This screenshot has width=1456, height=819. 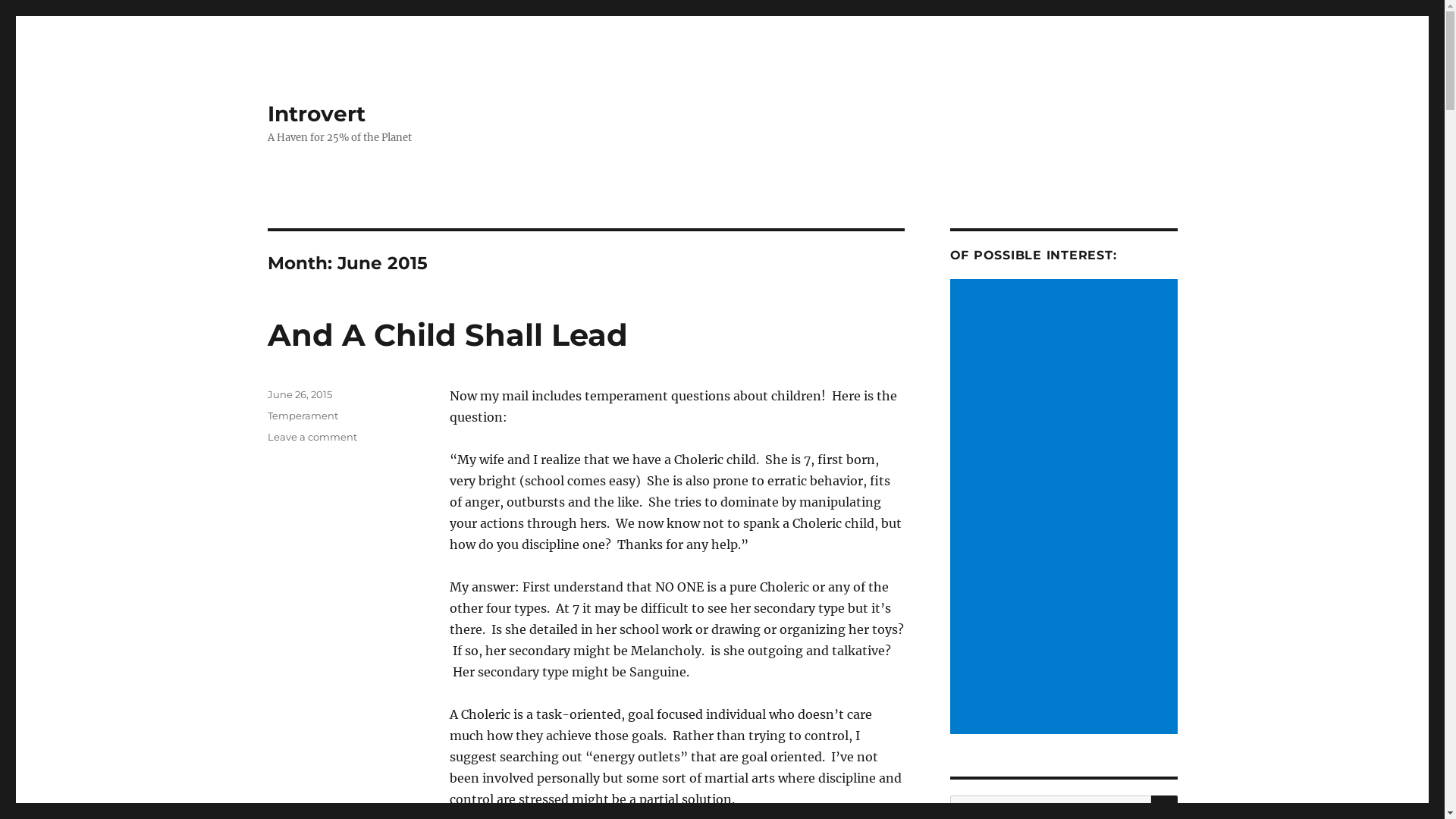 I want to click on 'Introvert', so click(x=315, y=113).